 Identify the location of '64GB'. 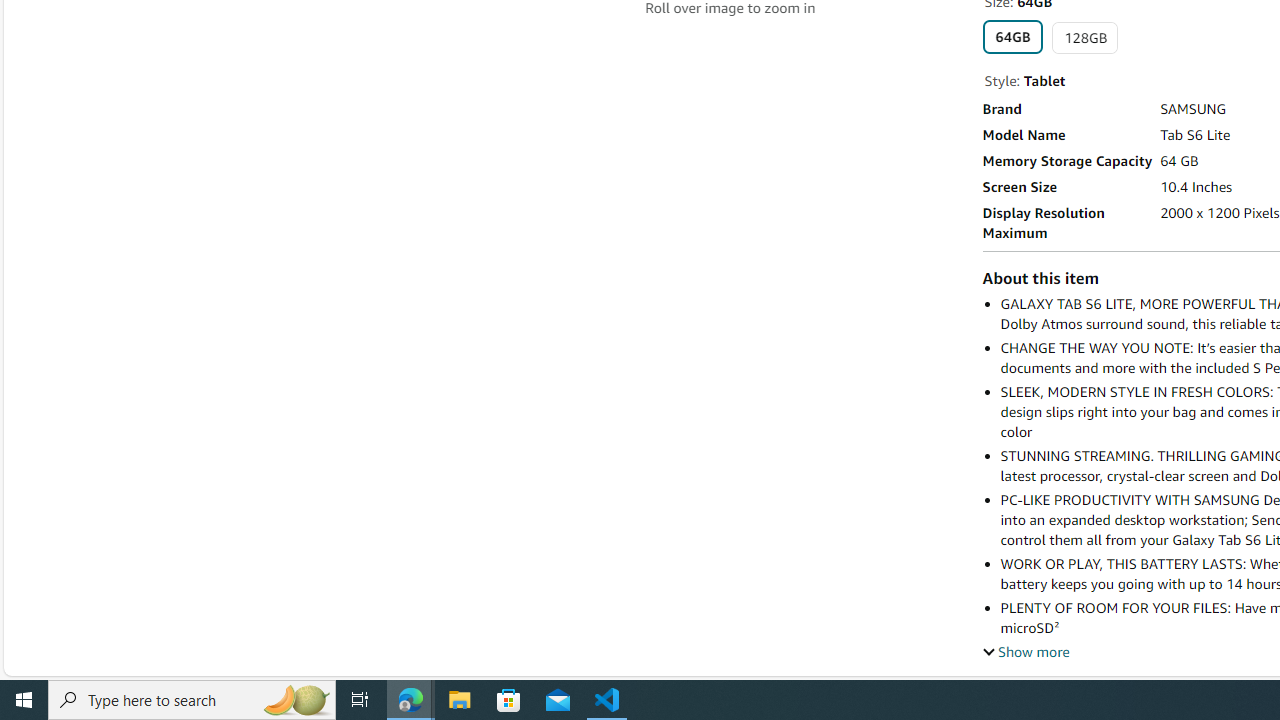
(1012, 37).